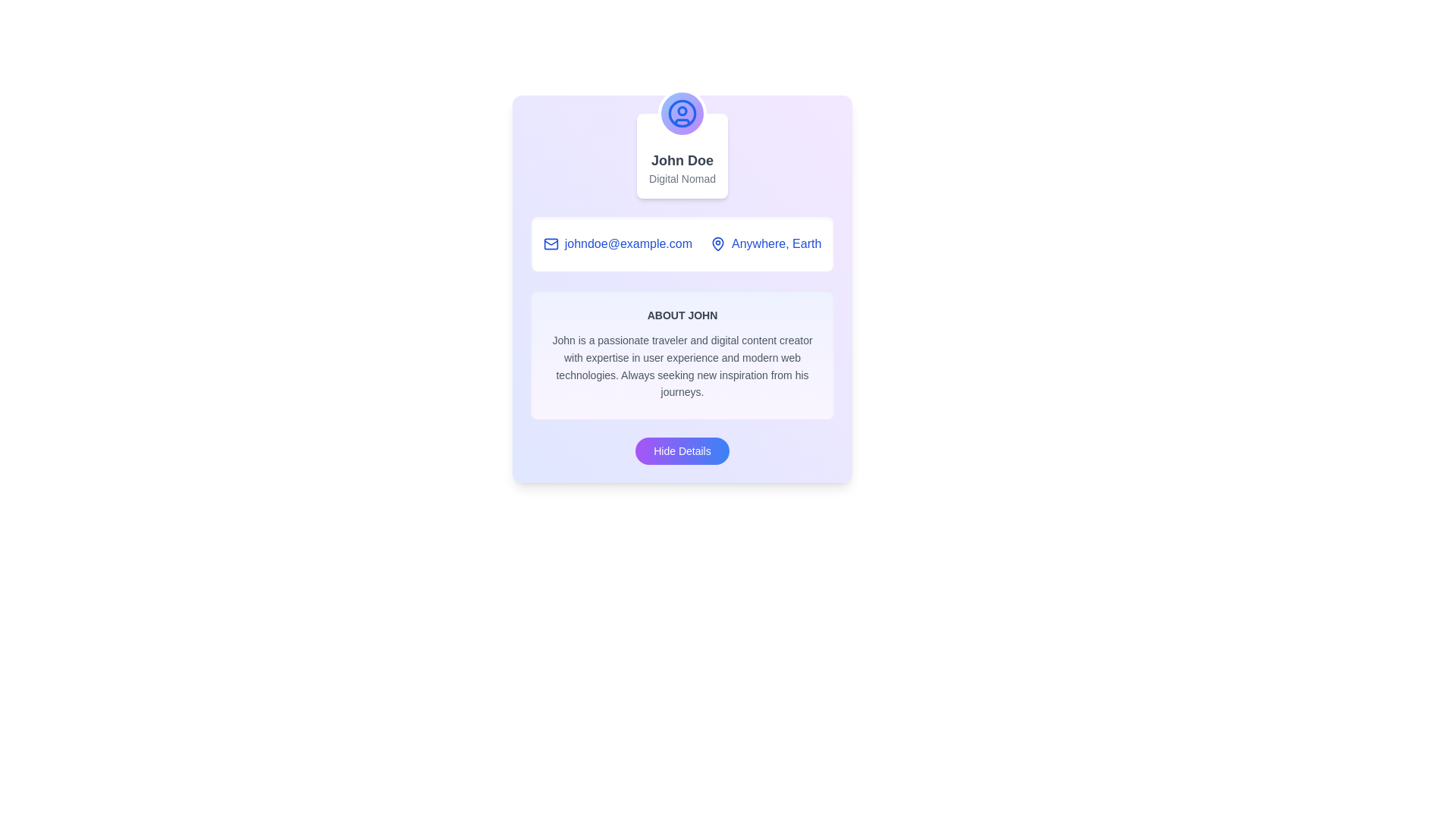 Image resolution: width=1456 pixels, height=819 pixels. What do you see at coordinates (682, 113) in the screenshot?
I see `the user avatar icon representing 'John Doe'` at bounding box center [682, 113].